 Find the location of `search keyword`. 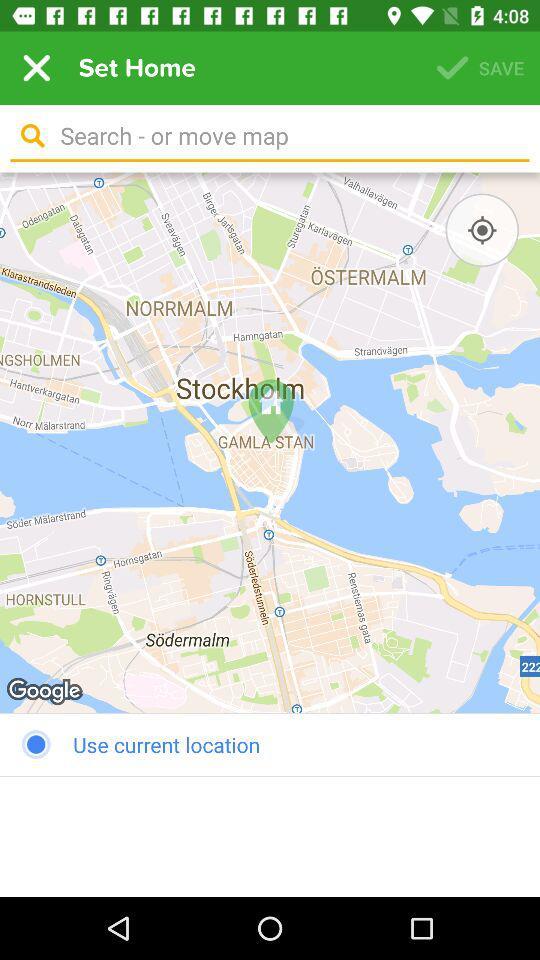

search keyword is located at coordinates (287, 135).